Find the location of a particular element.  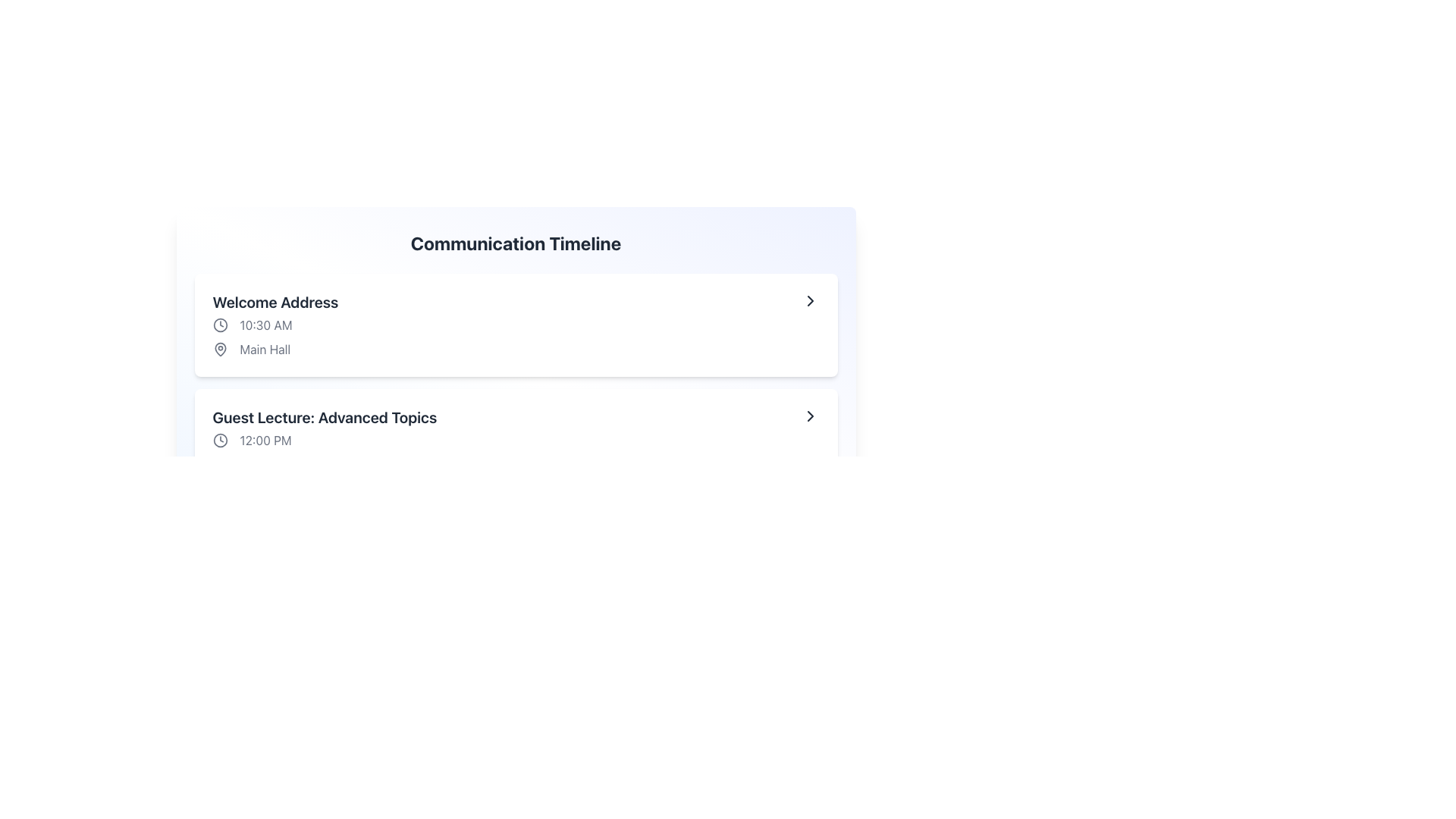

the rightward pointing chevron icon associated with the 'Guest Lecture: Advanced Topics' entry in the 'Communication Timeline' section is located at coordinates (809, 416).